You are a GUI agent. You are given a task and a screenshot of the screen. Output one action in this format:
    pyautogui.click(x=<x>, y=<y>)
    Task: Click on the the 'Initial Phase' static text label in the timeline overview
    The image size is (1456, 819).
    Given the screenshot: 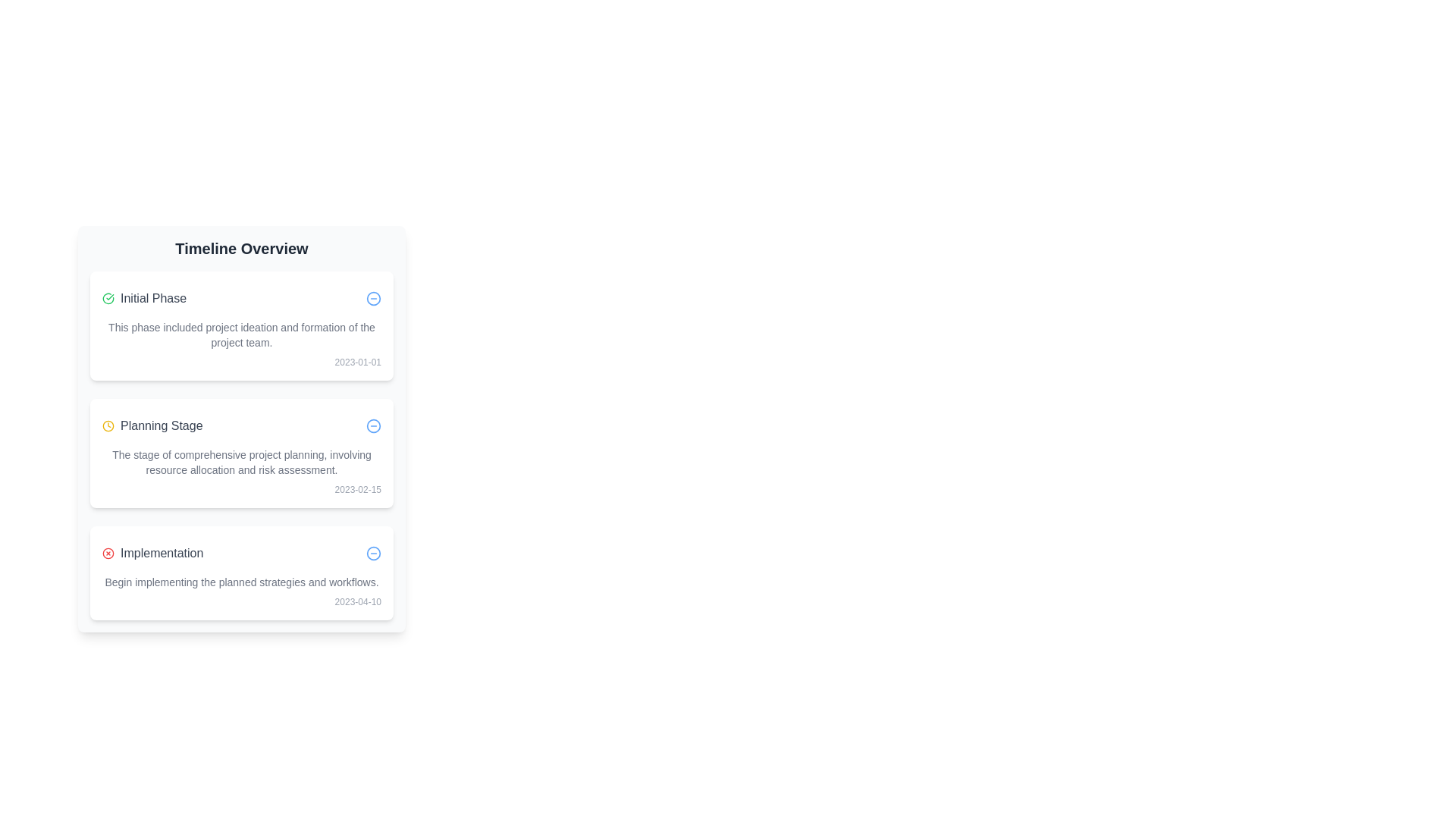 What is the action you would take?
    pyautogui.click(x=144, y=298)
    